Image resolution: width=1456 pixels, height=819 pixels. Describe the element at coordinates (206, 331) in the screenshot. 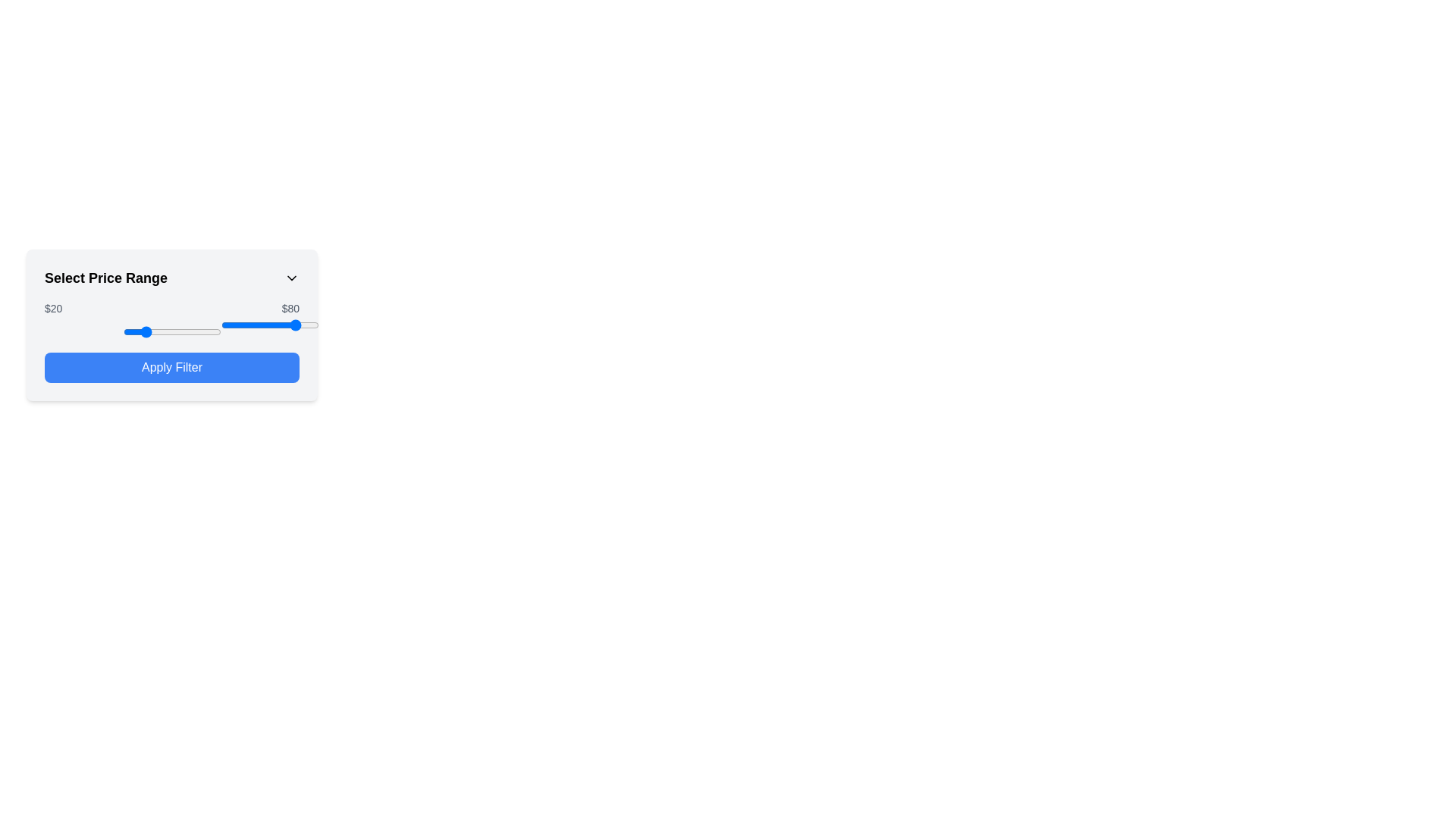

I see `the slider value` at that location.